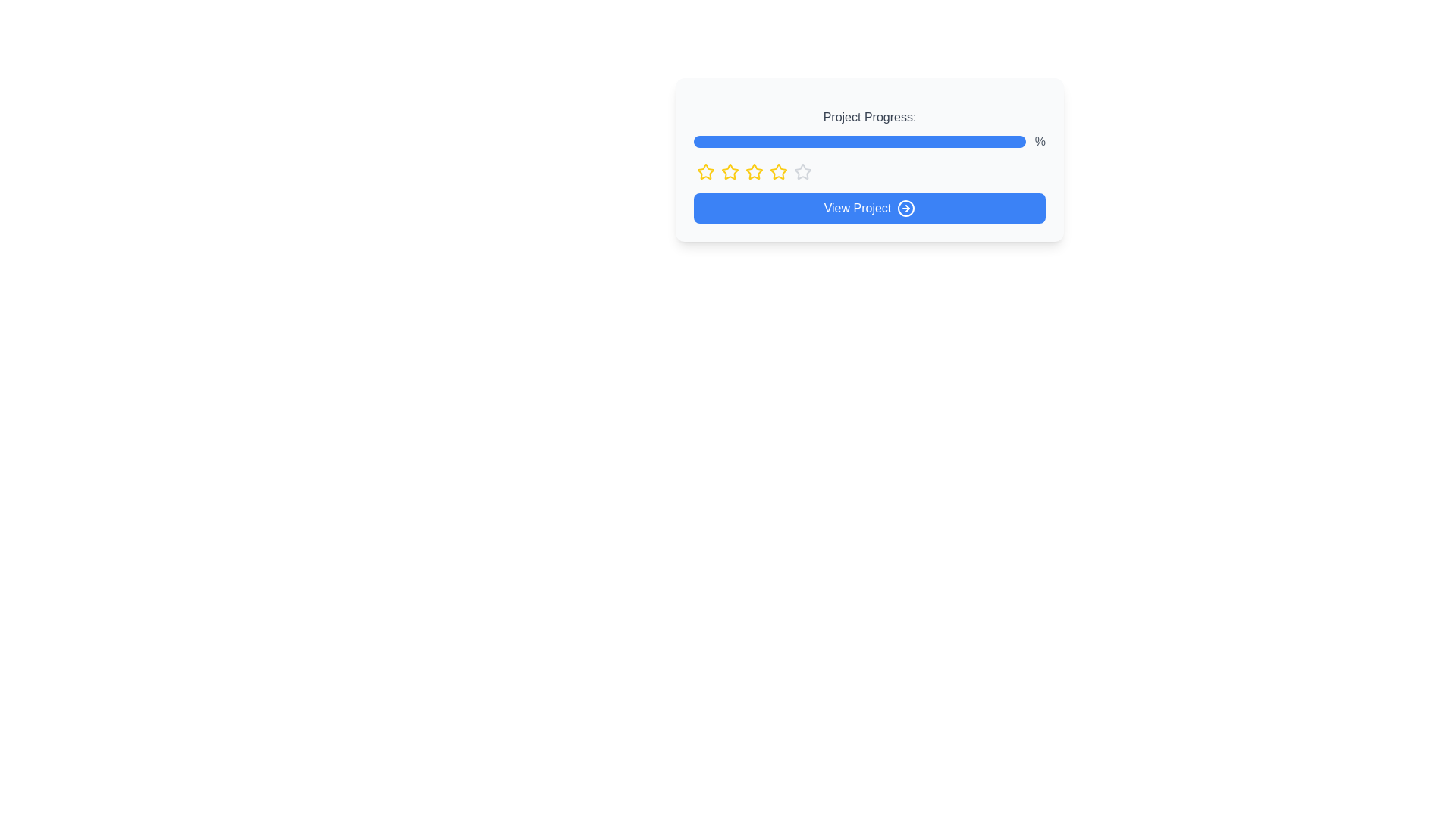 Image resolution: width=1456 pixels, height=819 pixels. What do you see at coordinates (883, 141) in the screenshot?
I see `progress` at bounding box center [883, 141].